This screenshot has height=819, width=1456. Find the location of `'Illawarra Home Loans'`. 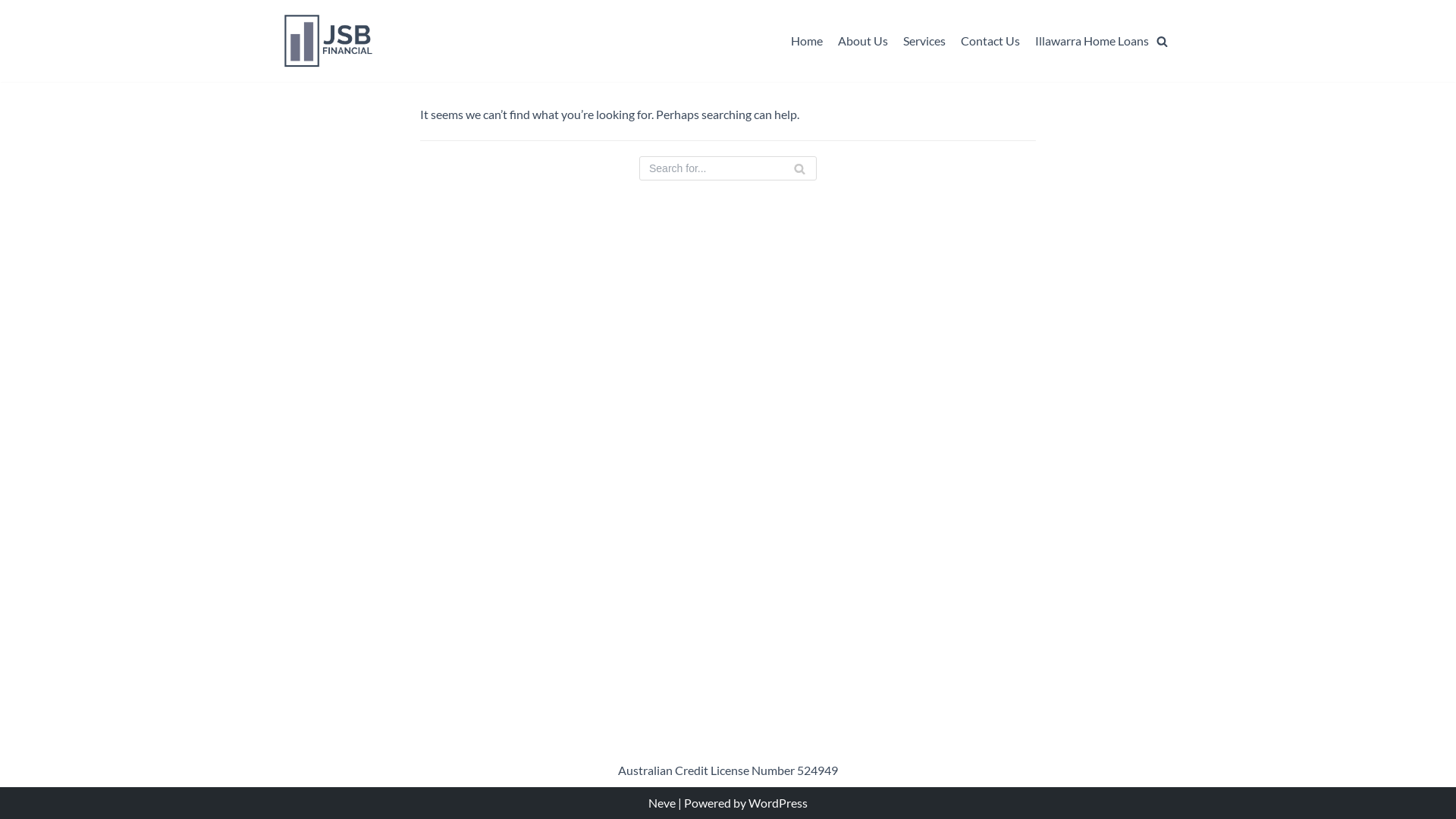

'Illawarra Home Loans' is located at coordinates (1092, 40).